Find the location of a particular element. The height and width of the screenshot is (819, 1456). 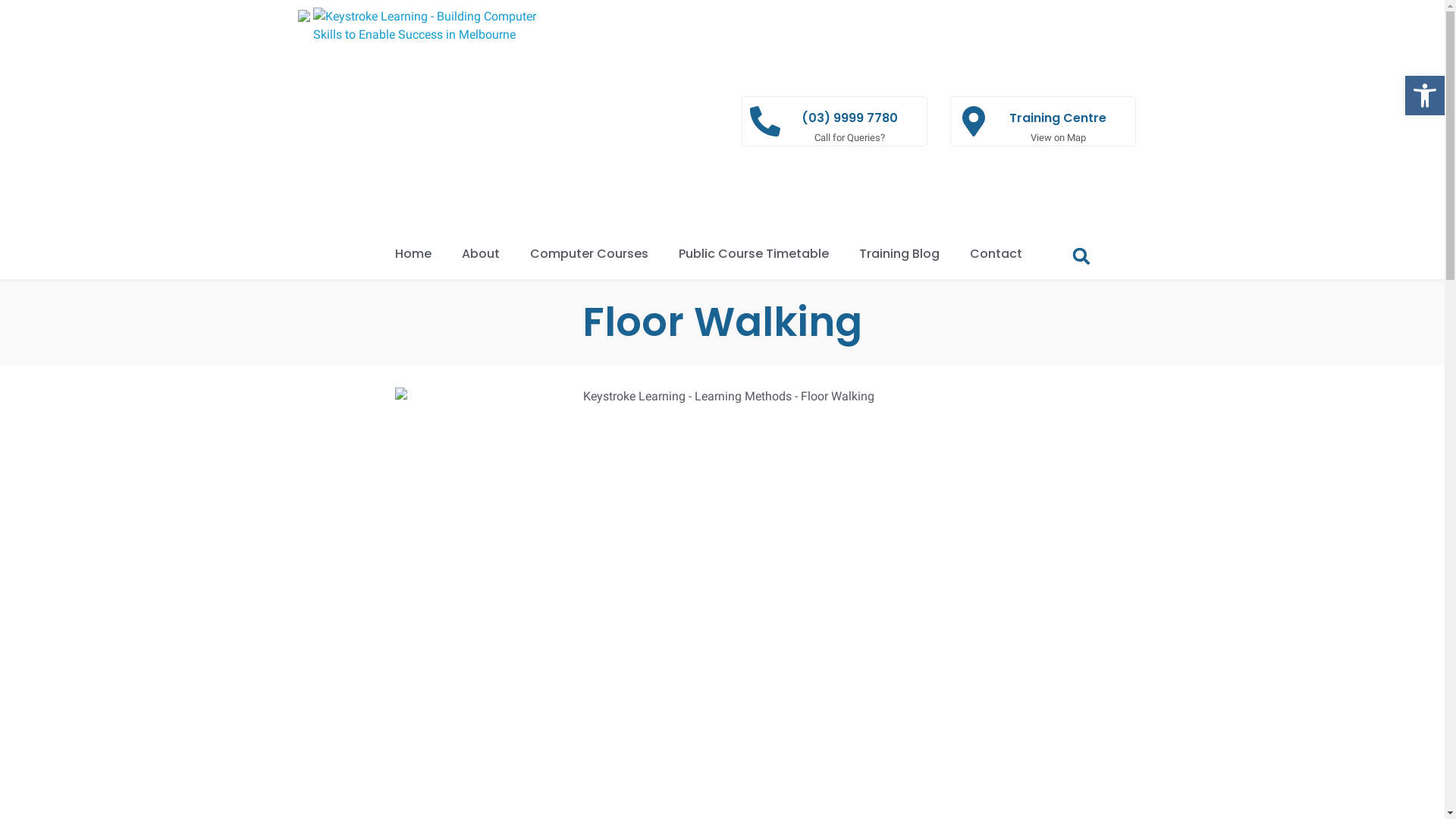

'Contact' is located at coordinates (953, 253).